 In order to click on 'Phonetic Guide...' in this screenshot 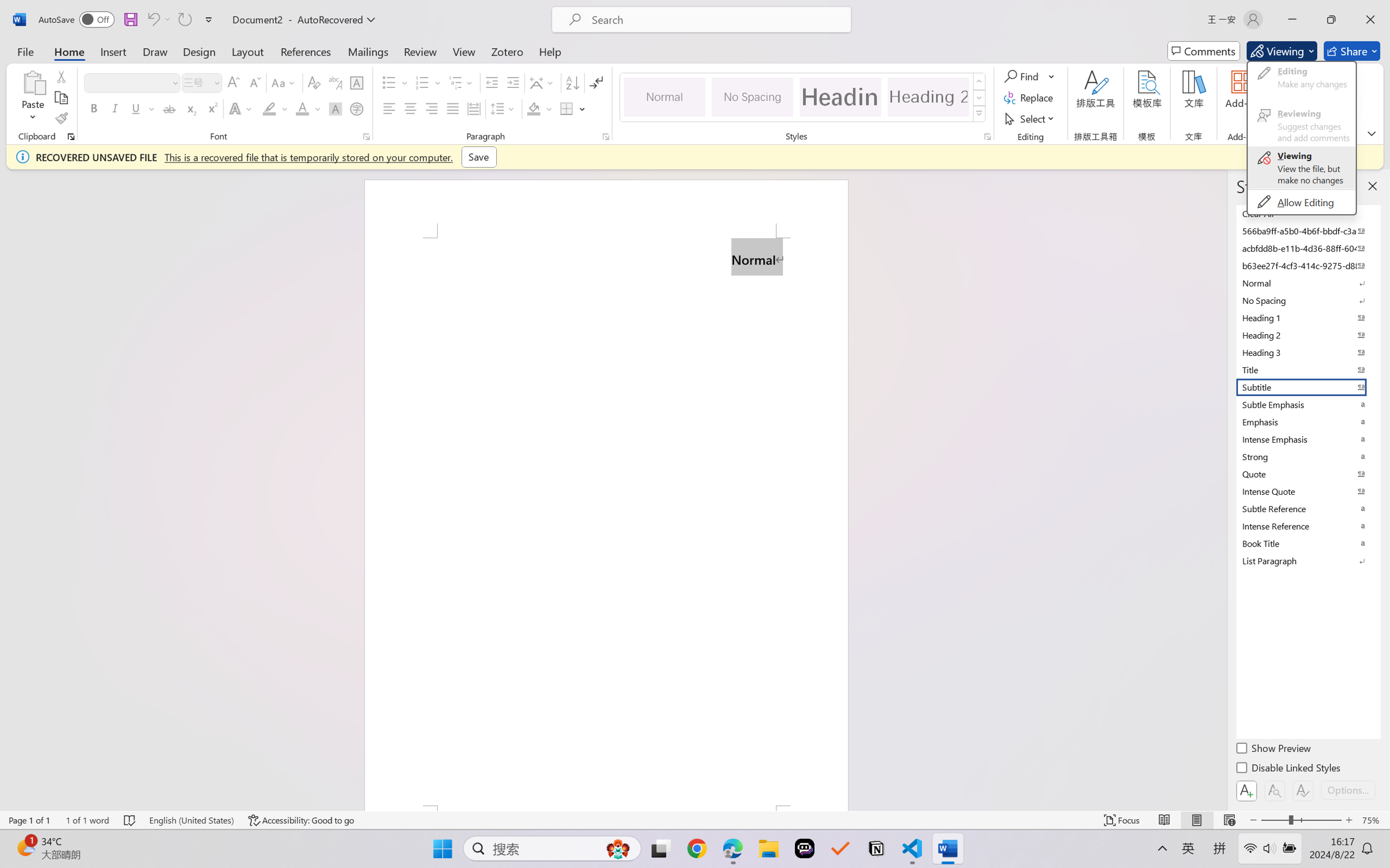, I will do `click(334, 83)`.